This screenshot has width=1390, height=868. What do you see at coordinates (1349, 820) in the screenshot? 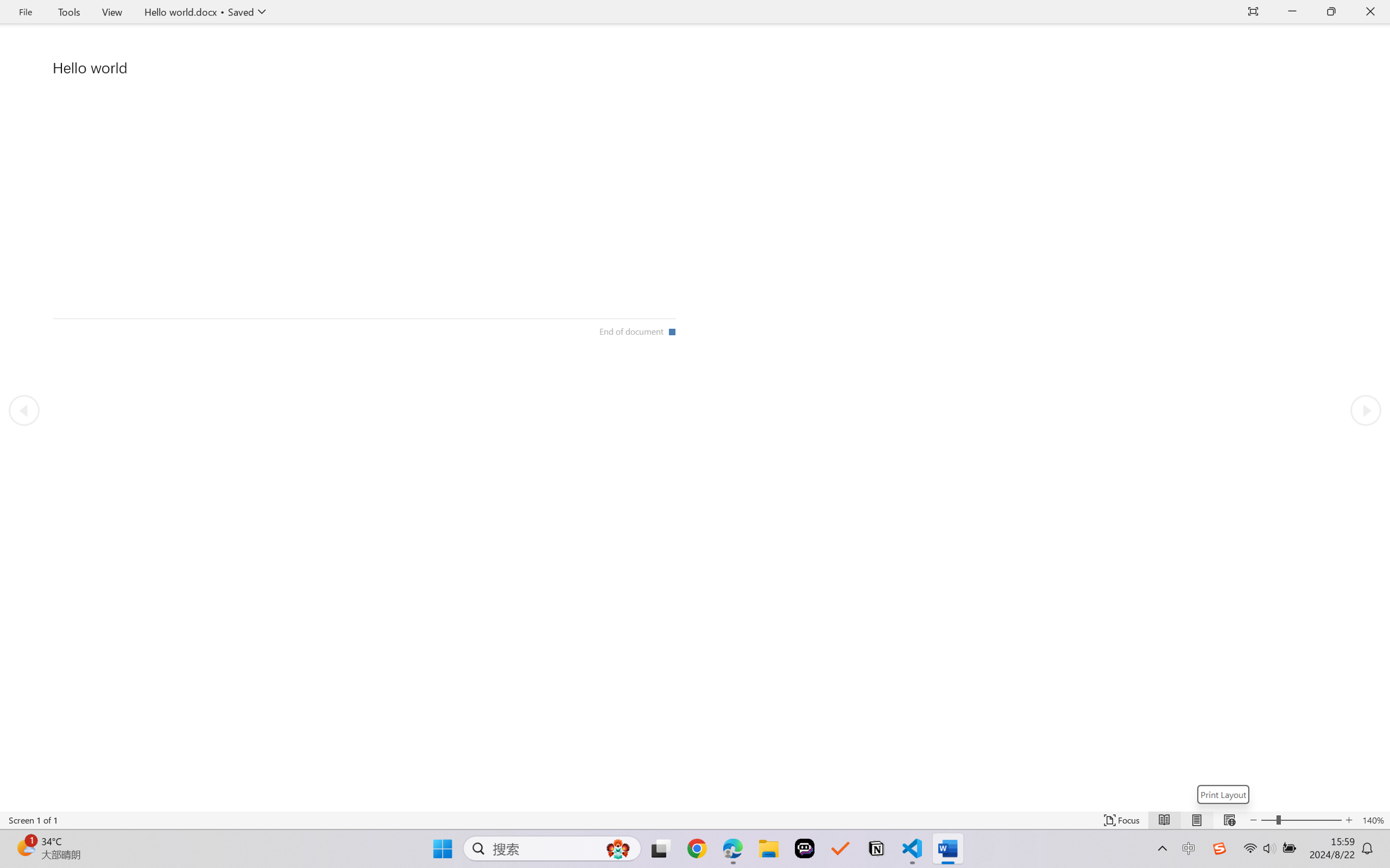
I see `'Increase Text Size'` at bounding box center [1349, 820].